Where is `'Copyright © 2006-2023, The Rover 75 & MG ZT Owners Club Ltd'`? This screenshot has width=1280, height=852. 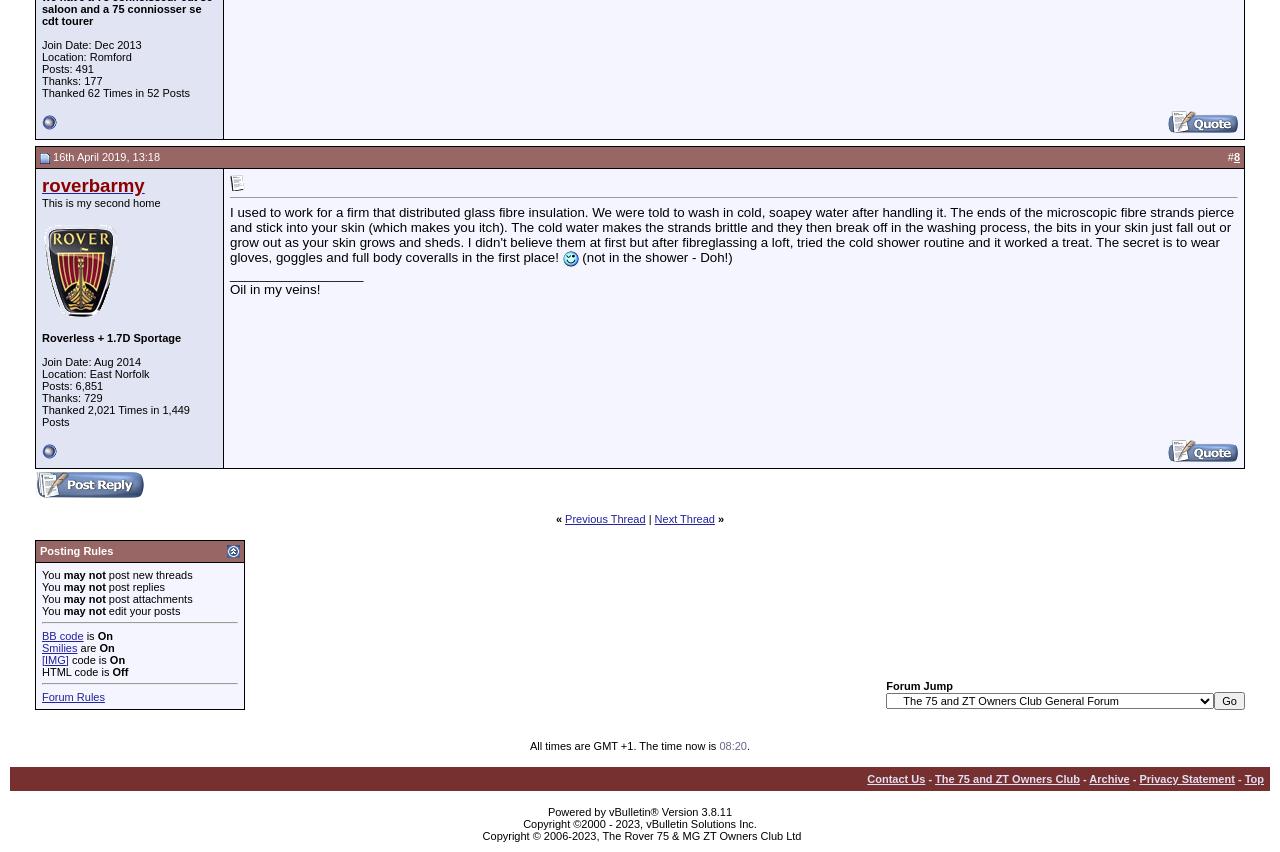 'Copyright © 2006-2023, The Rover 75 & MG ZT Owners Club Ltd' is located at coordinates (641, 834).